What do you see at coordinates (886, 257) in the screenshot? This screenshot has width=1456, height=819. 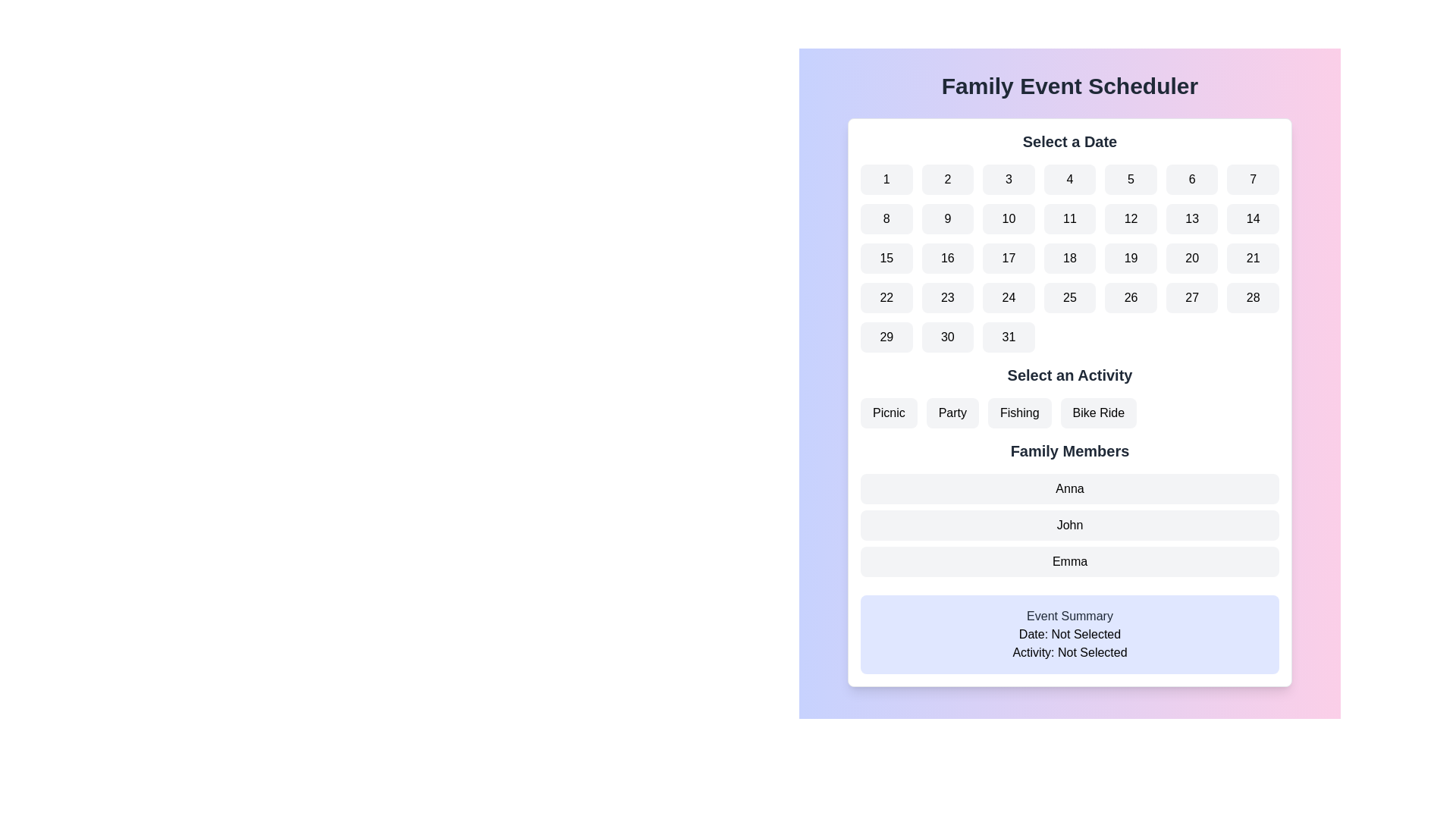 I see `the calendar button representing the date '15'` at bounding box center [886, 257].